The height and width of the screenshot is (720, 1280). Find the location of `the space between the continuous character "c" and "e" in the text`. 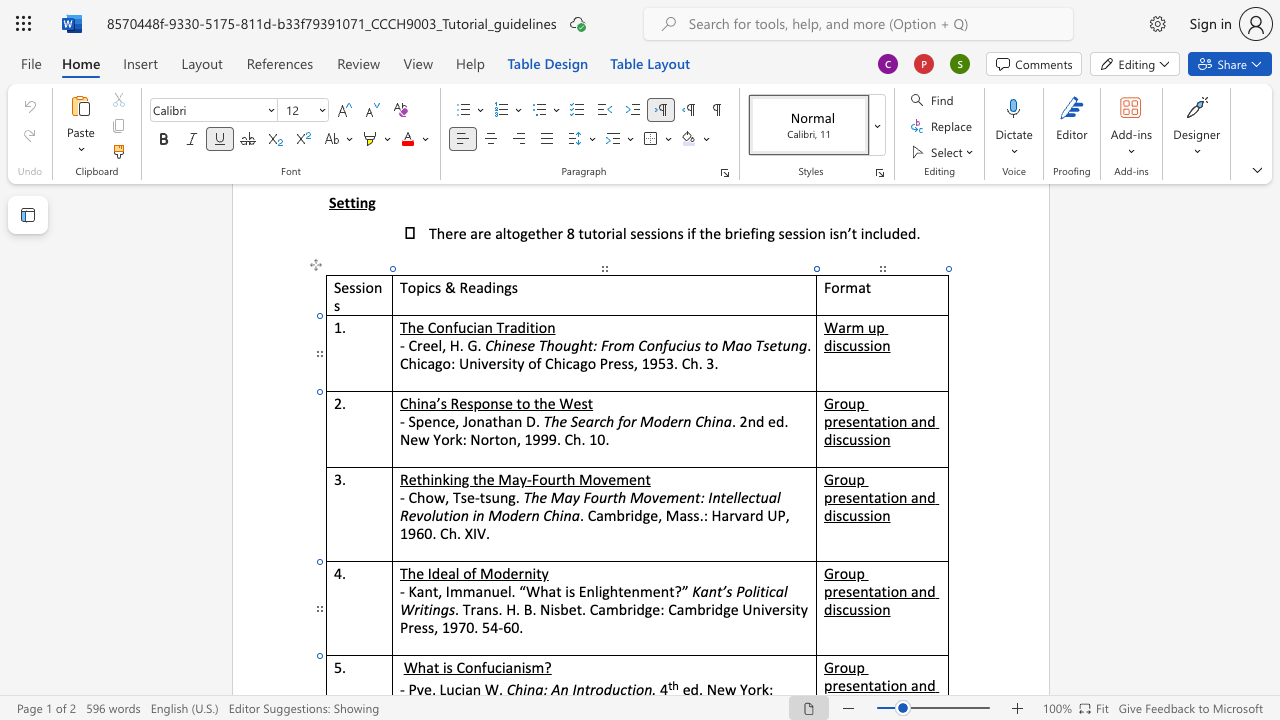

the space between the continuous character "c" and "e" in the text is located at coordinates (446, 420).